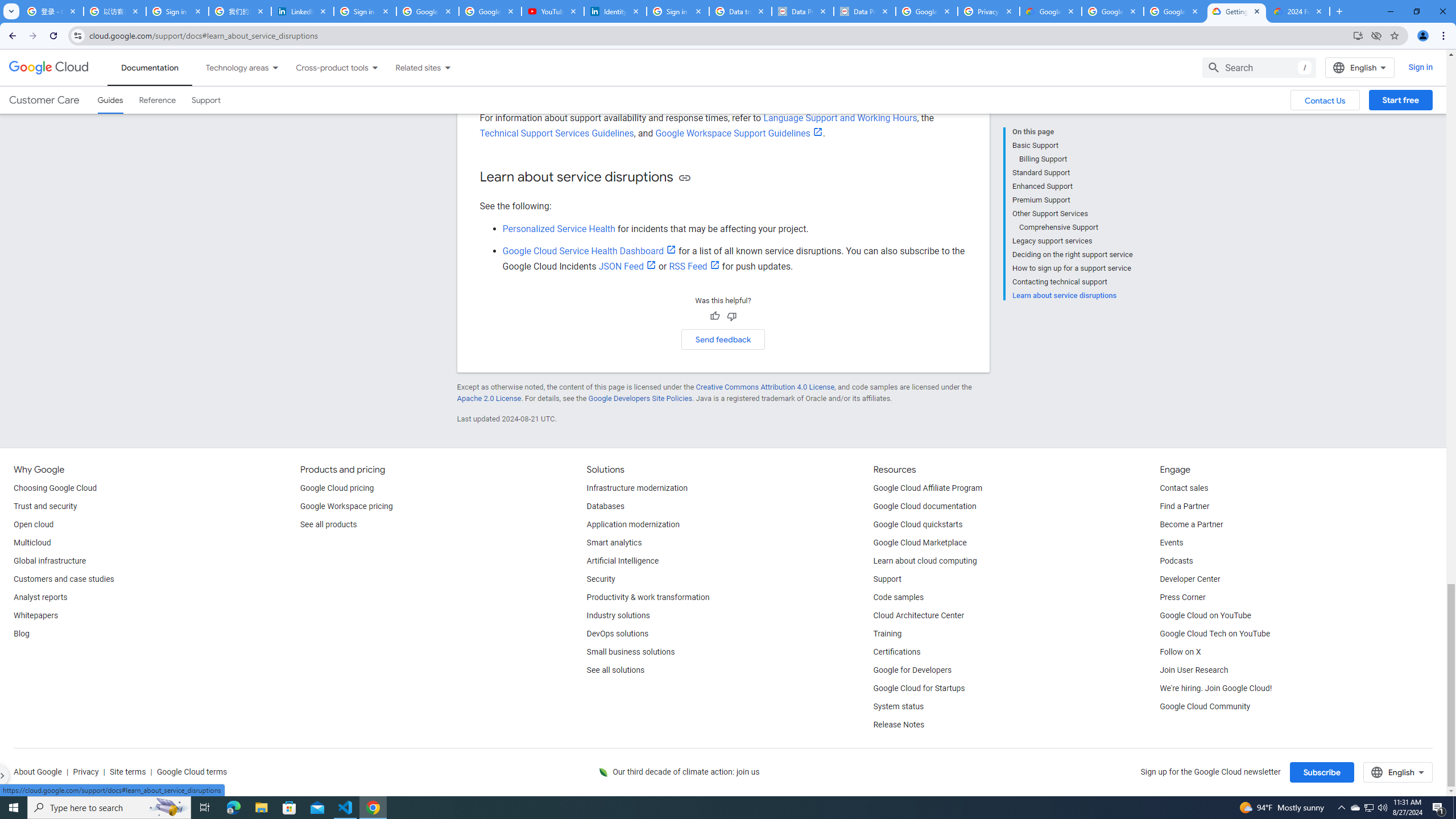 This screenshot has width=1456, height=819. I want to click on 'Not helpful', so click(731, 316).